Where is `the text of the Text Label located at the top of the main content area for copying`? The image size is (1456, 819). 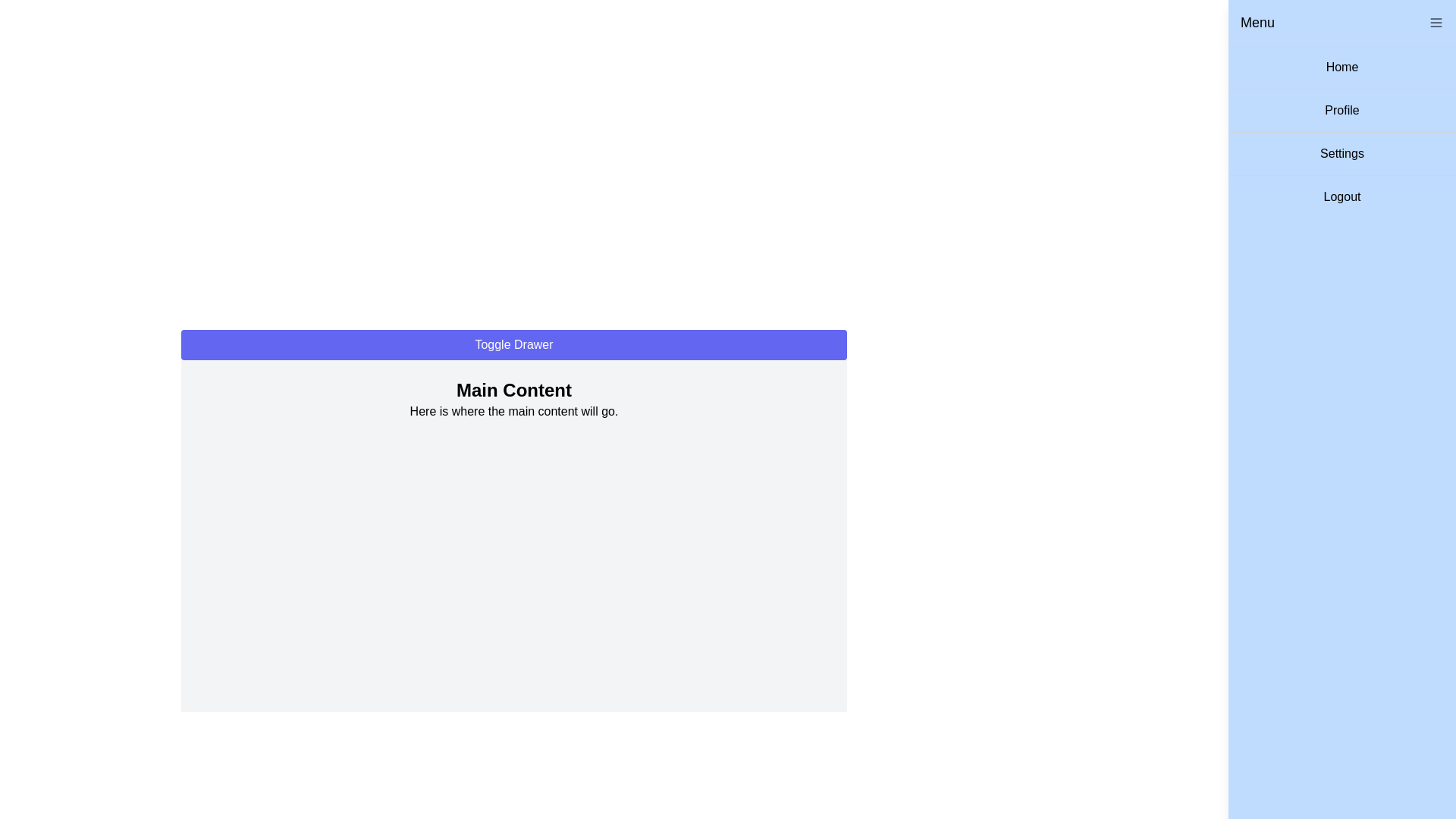
the text of the Text Label located at the top of the main content area for copying is located at coordinates (513, 390).